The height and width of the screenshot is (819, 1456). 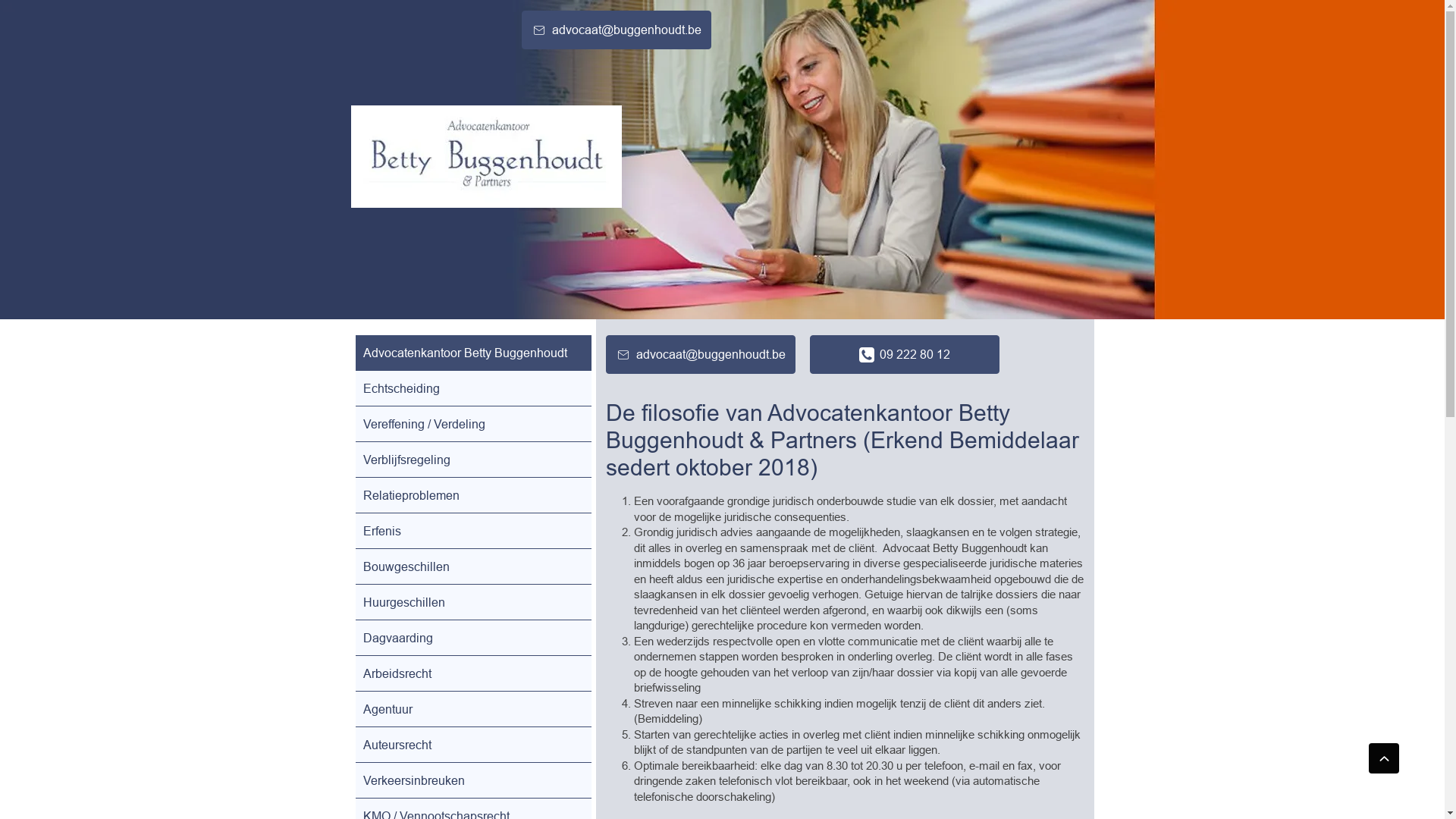 What do you see at coordinates (472, 708) in the screenshot?
I see `'Agentuur'` at bounding box center [472, 708].